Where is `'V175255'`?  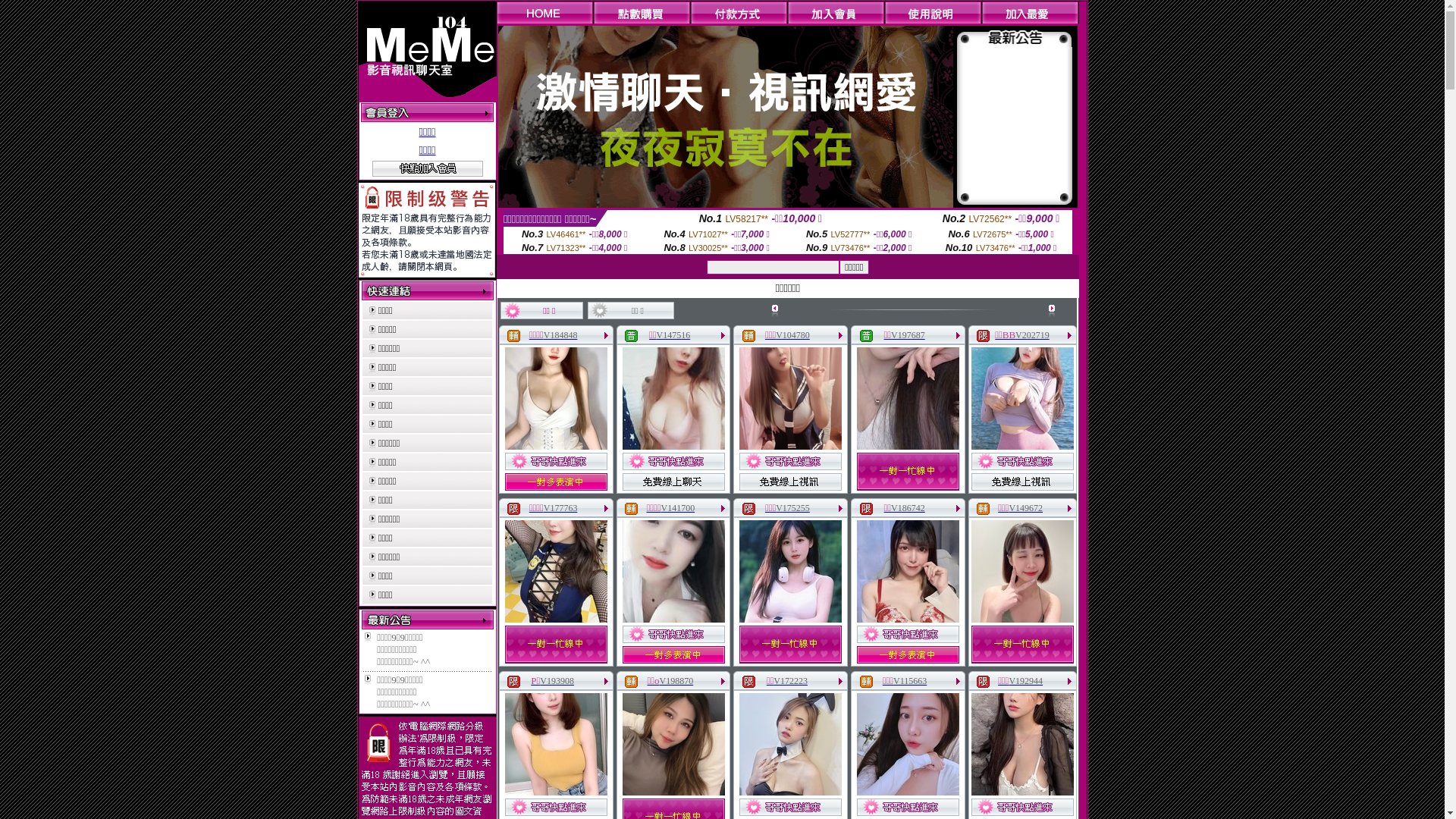
'V175255' is located at coordinates (792, 508).